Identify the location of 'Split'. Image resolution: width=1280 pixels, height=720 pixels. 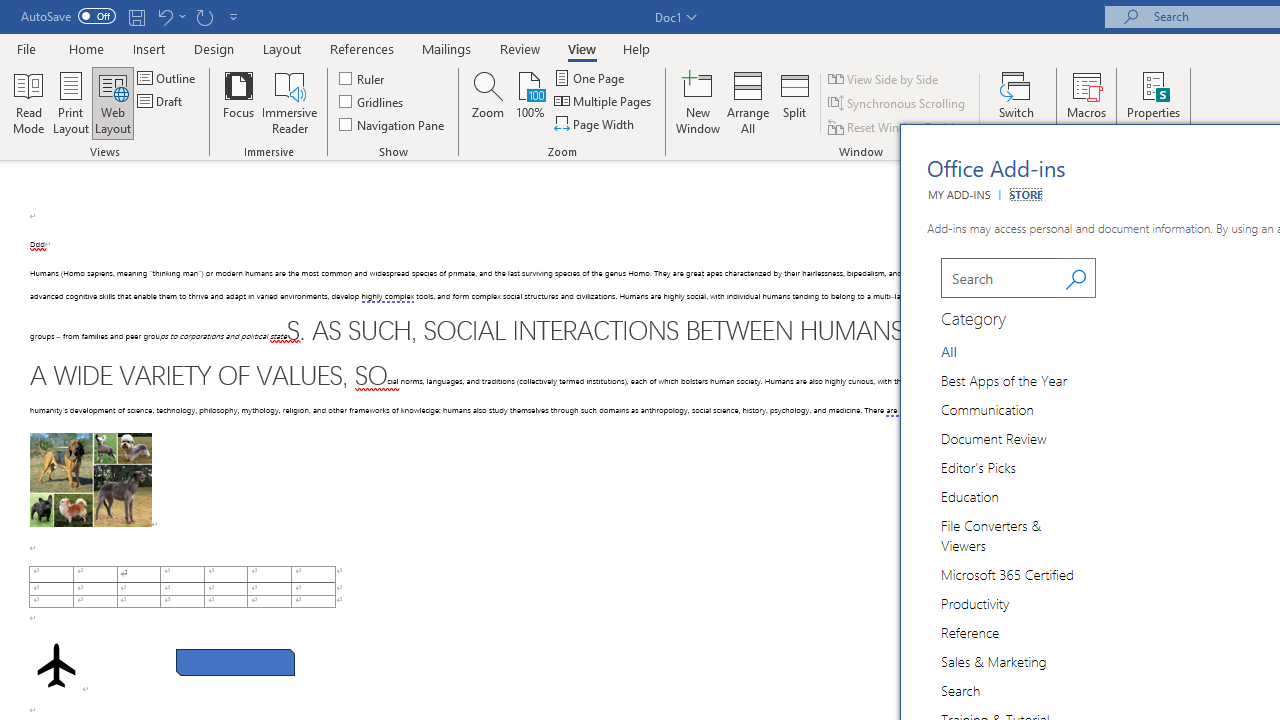
(794, 103).